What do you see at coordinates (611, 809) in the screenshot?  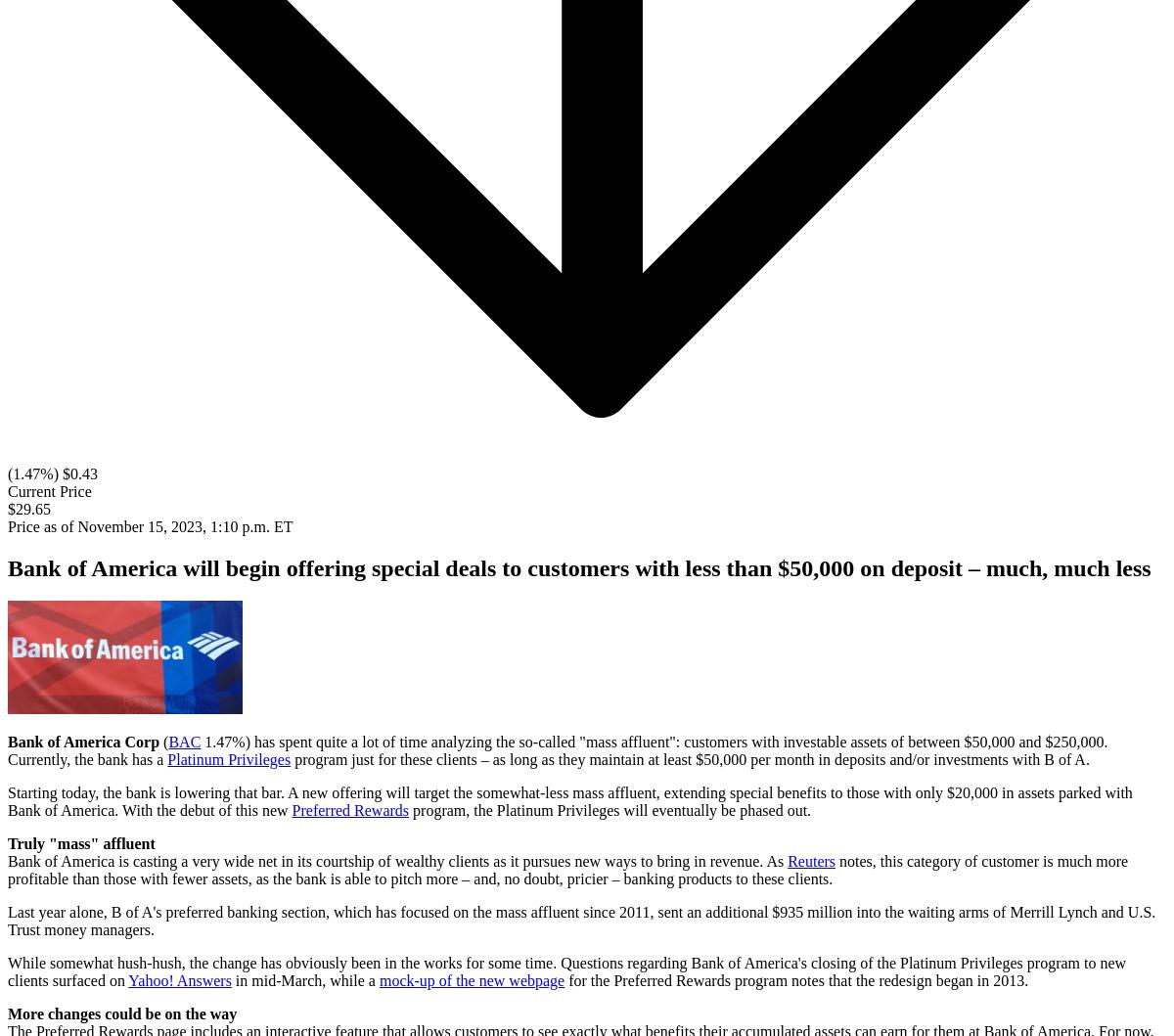 I see `'program, the Platinum Privileges will eventually be phased out.'` at bounding box center [611, 809].